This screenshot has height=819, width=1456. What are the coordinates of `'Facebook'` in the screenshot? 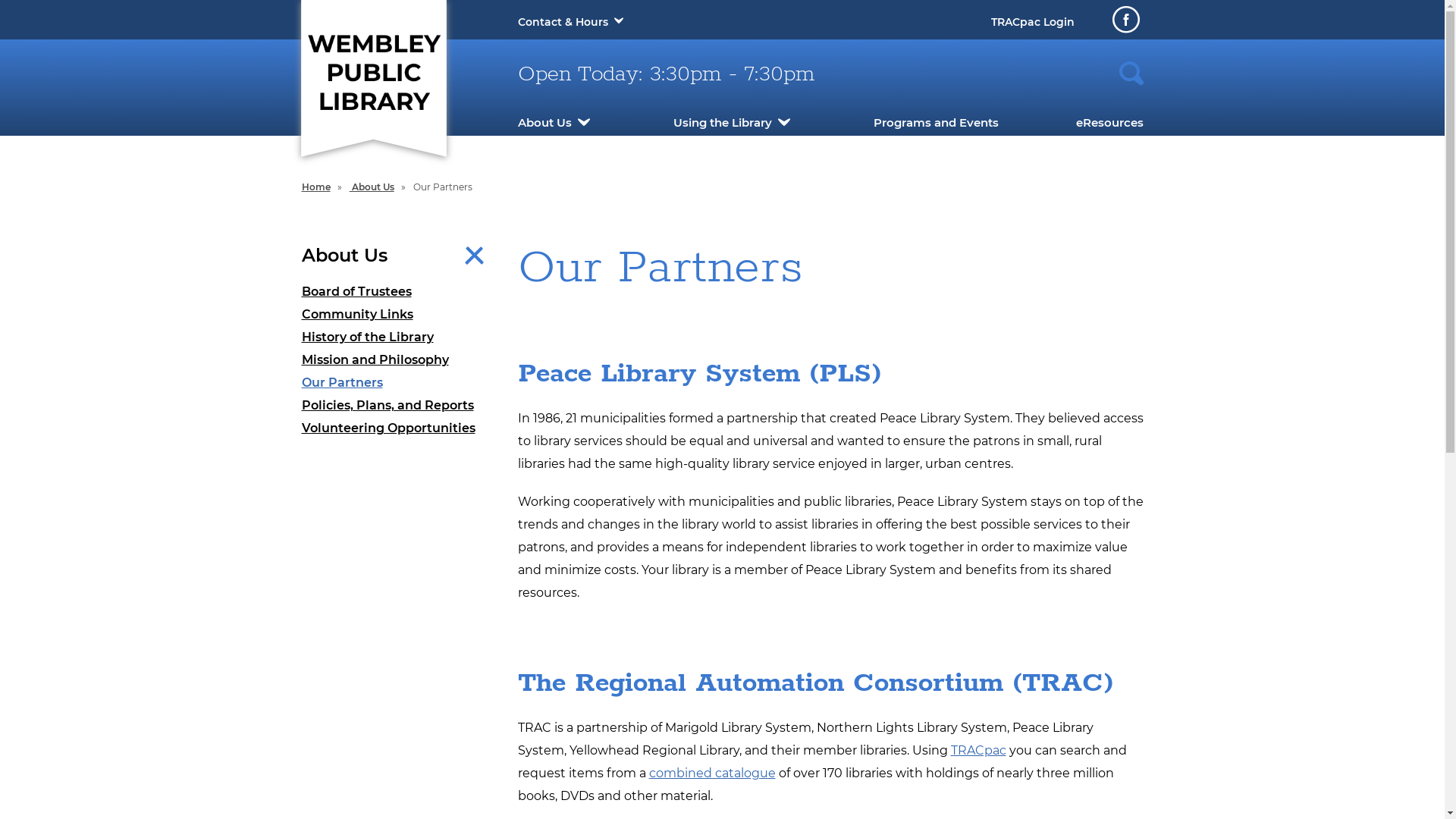 It's located at (1125, 20).